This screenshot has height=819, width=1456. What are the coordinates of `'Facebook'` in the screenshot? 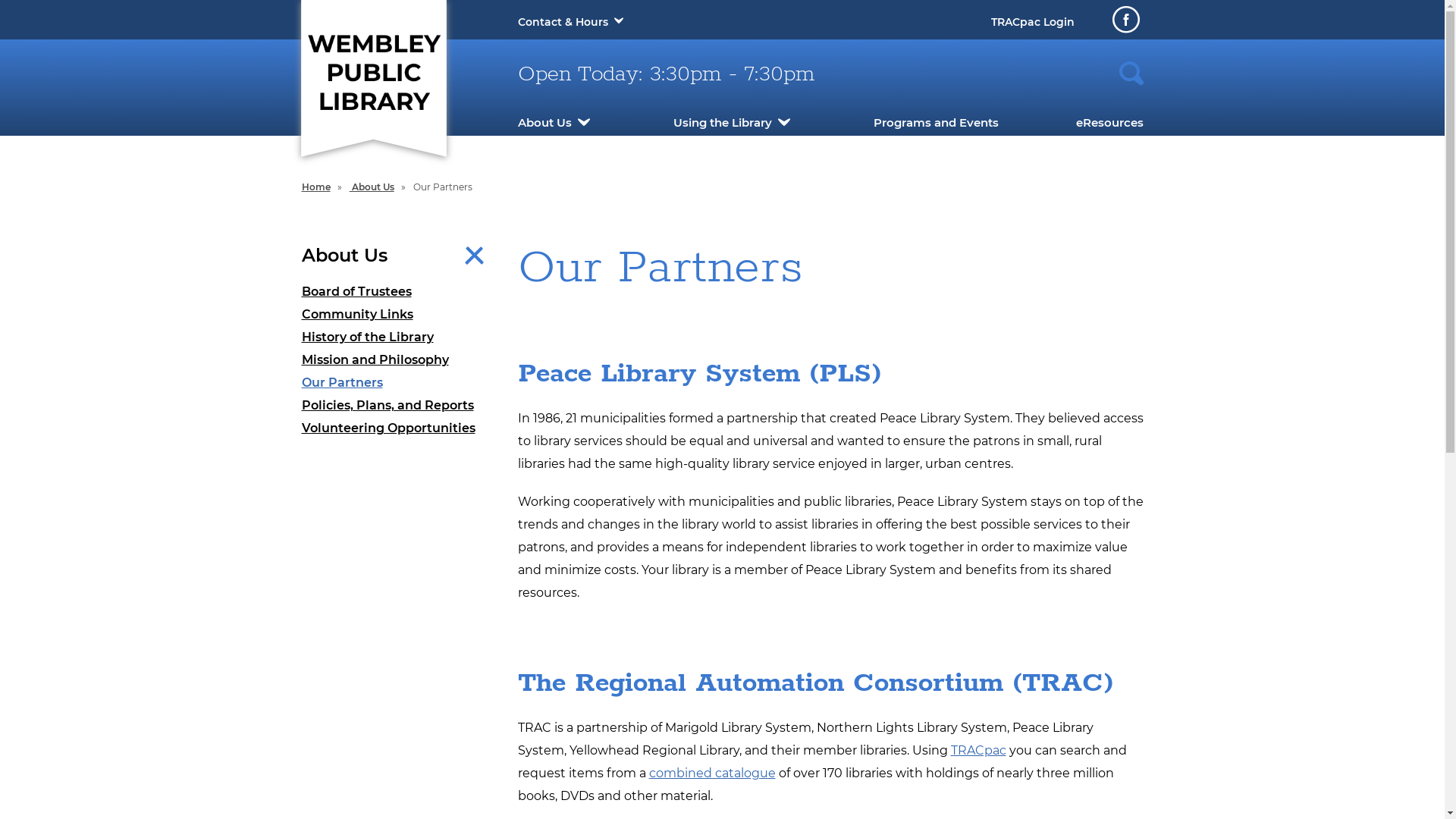 It's located at (1125, 20).